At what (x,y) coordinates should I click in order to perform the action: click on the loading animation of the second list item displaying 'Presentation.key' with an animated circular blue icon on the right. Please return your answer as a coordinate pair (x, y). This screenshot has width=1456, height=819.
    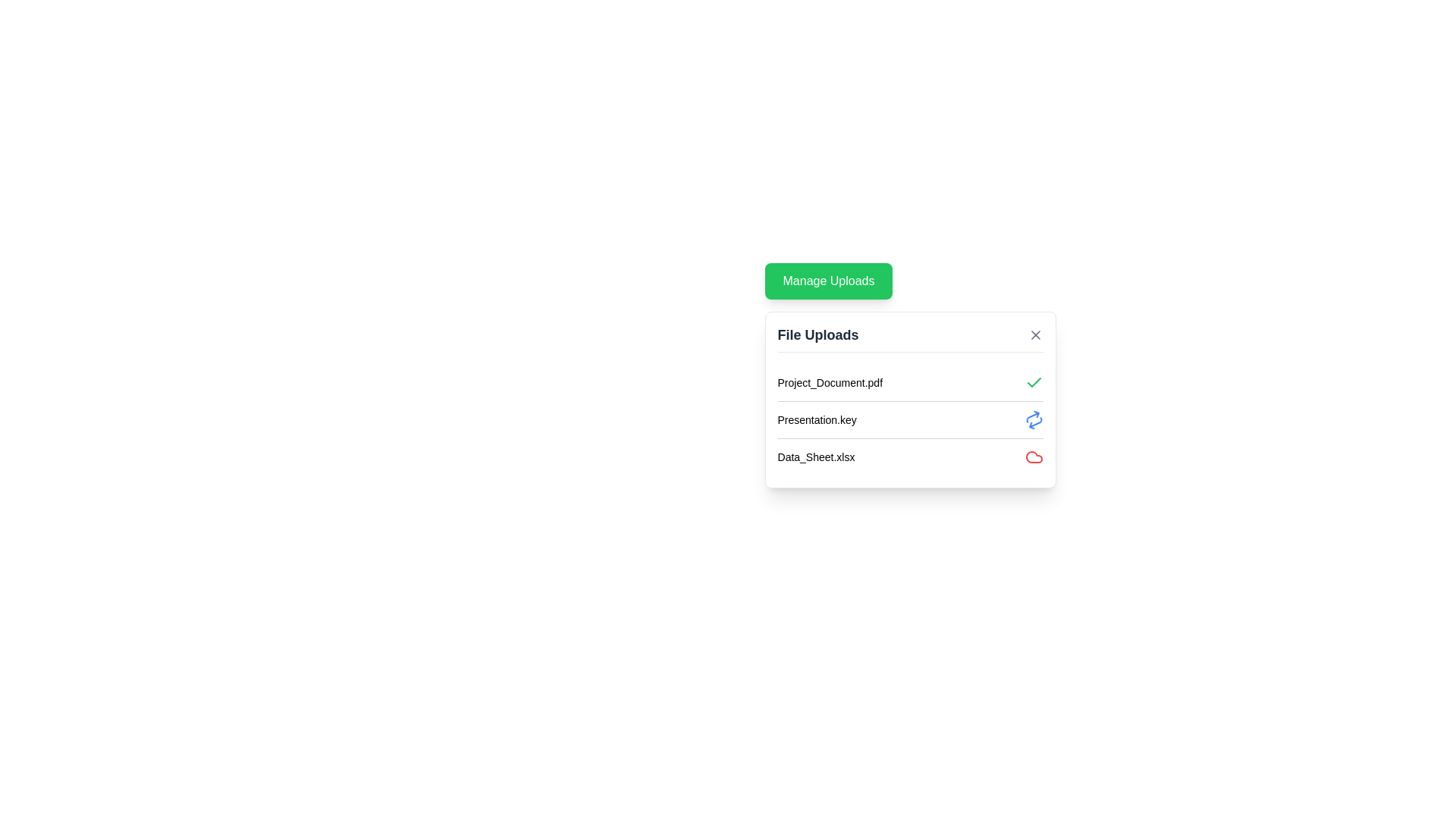
    Looking at the image, I should click on (910, 419).